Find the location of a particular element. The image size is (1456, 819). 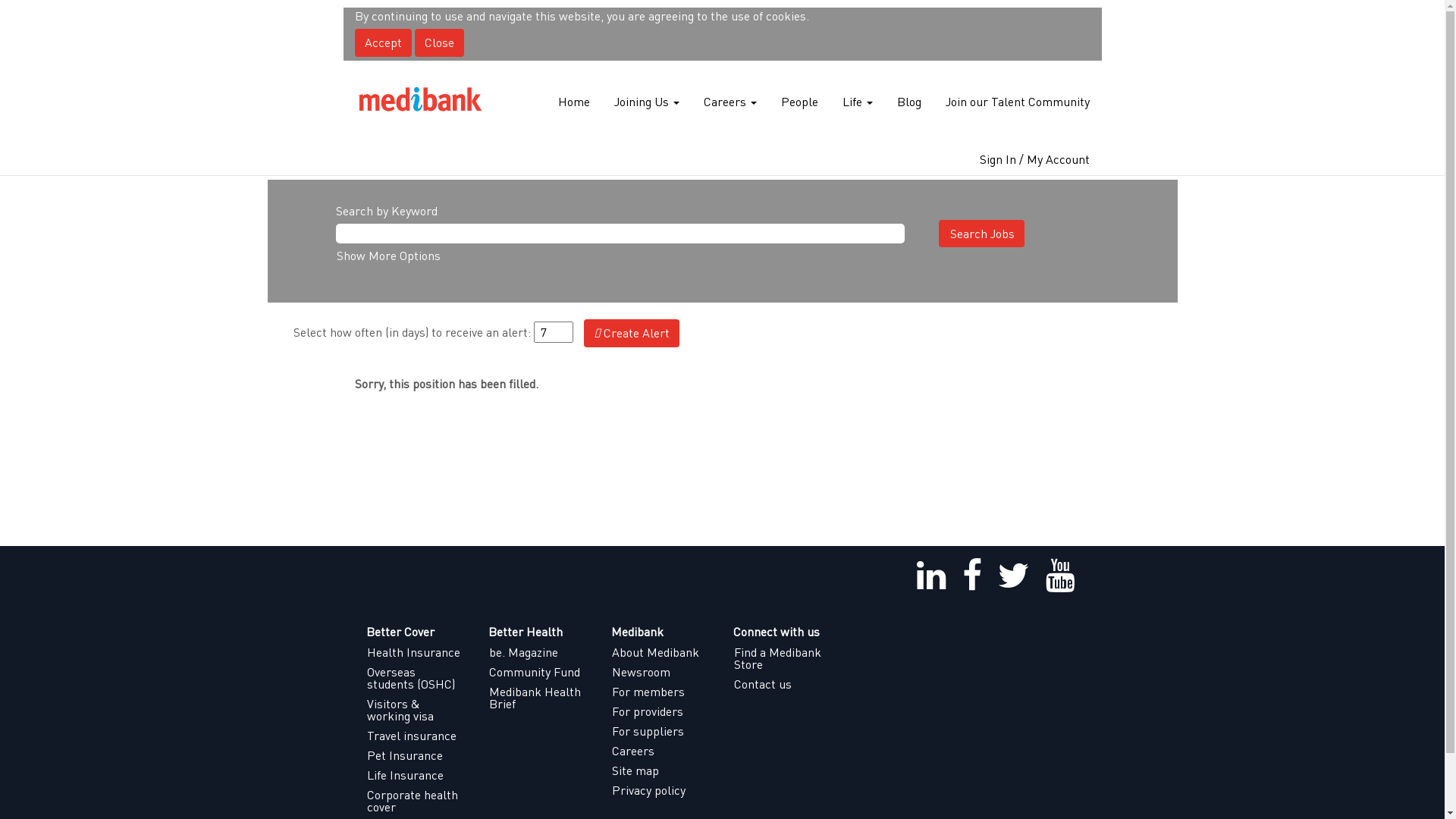

'be. Magazine' is located at coordinates (538, 651).